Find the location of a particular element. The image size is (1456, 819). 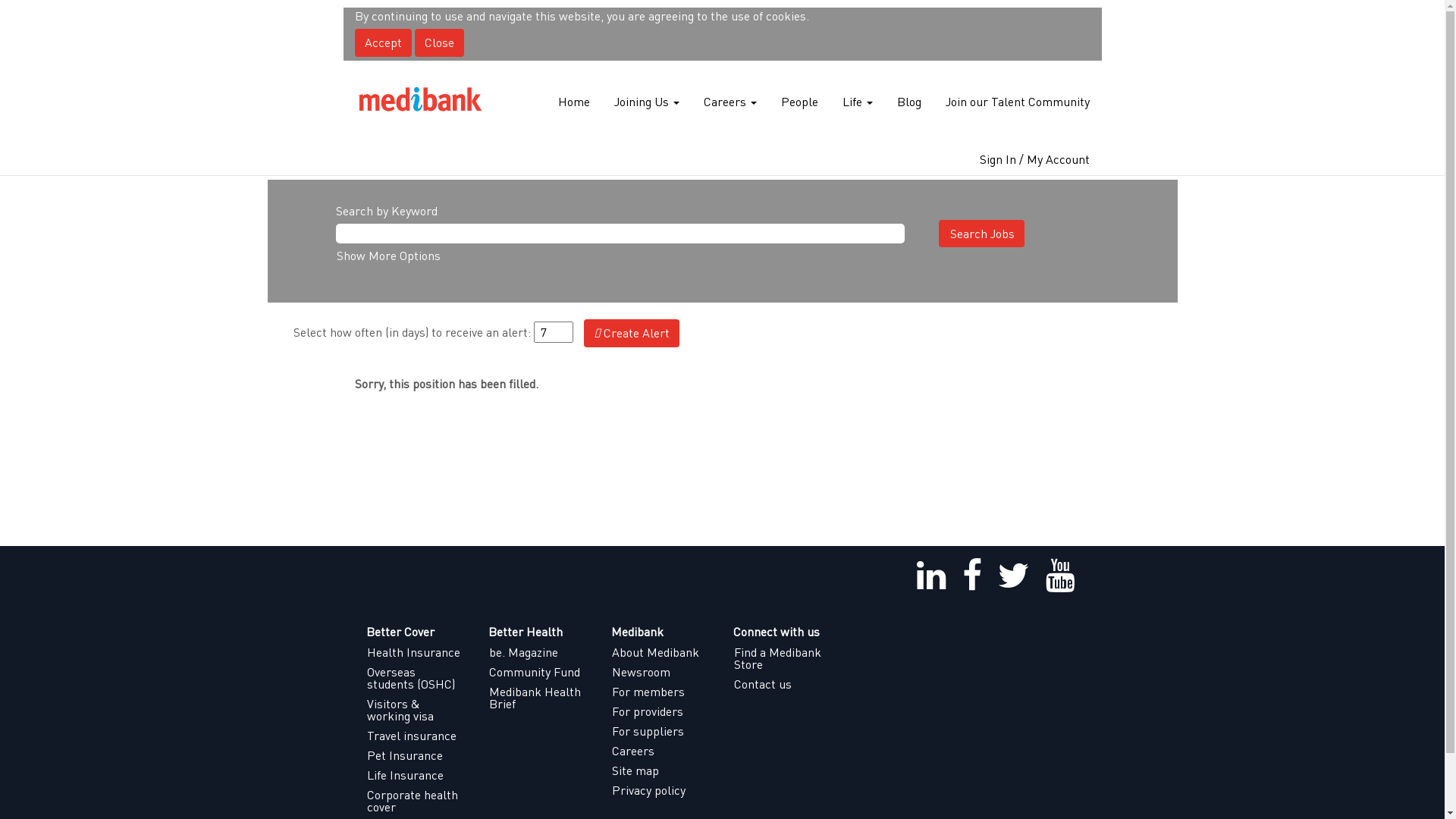

'be. Magazine' is located at coordinates (538, 651).